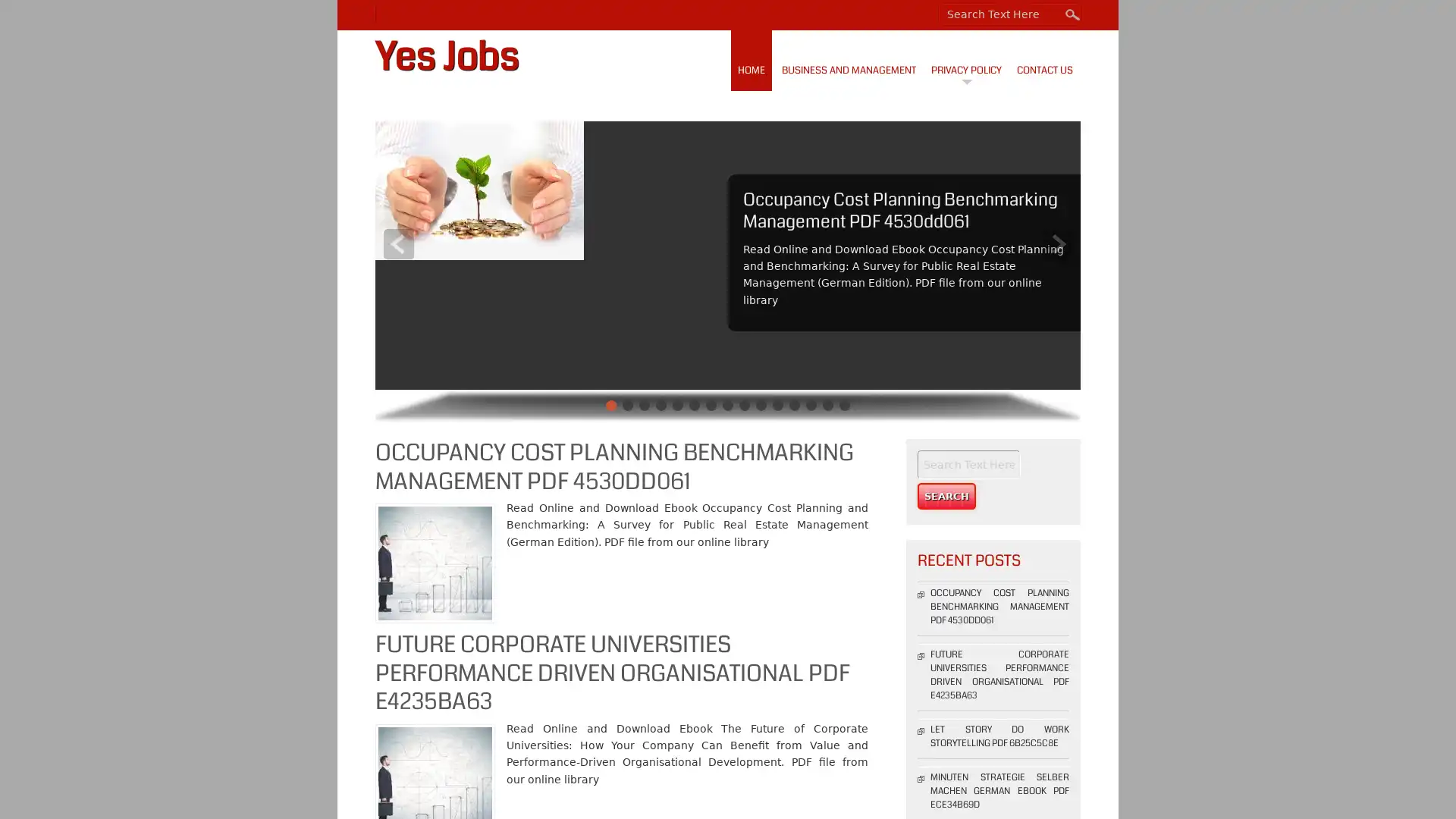 This screenshot has height=819, width=1456. I want to click on Search, so click(946, 496).